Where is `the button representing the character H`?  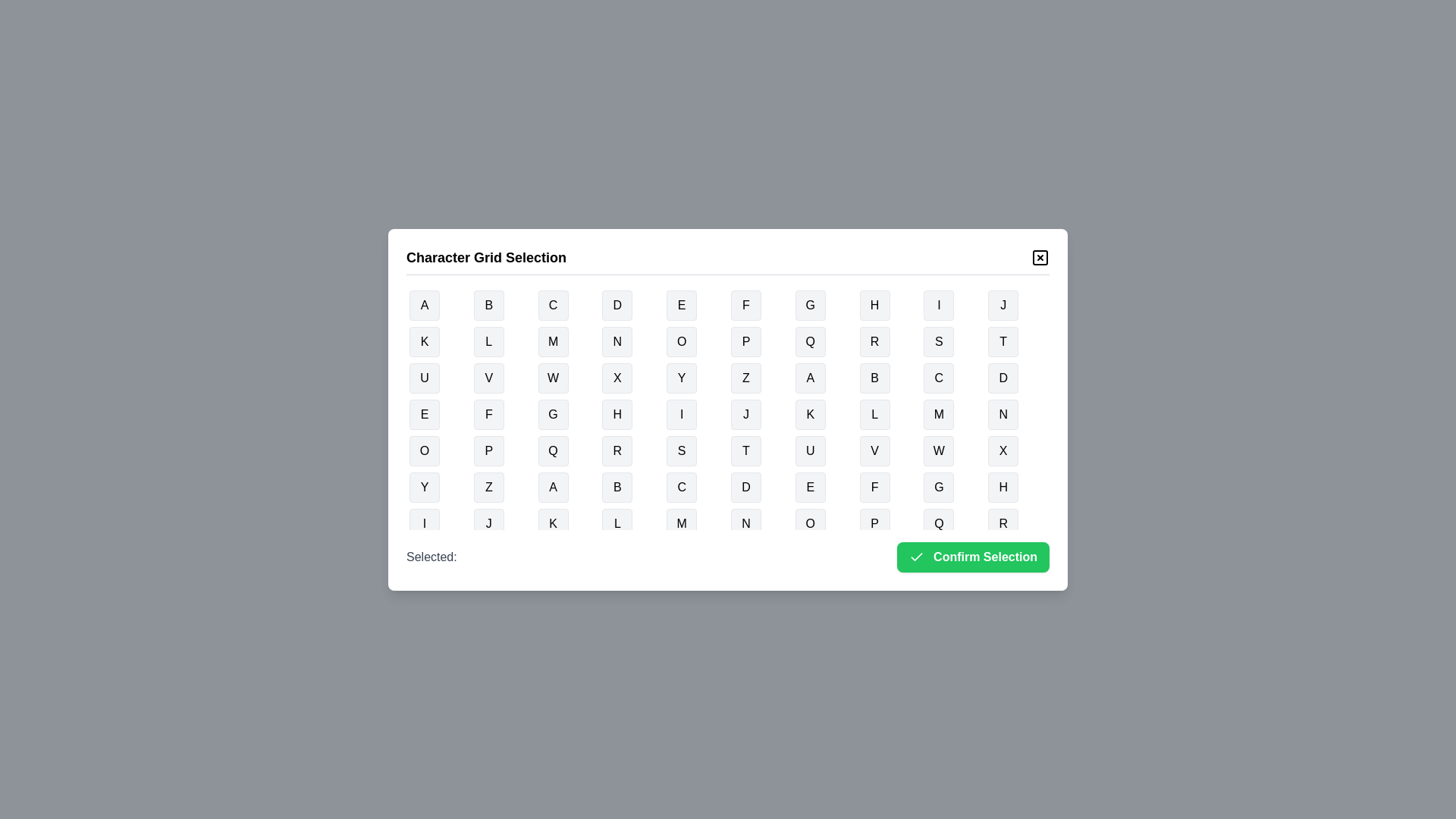 the button representing the character H is located at coordinates (874, 305).